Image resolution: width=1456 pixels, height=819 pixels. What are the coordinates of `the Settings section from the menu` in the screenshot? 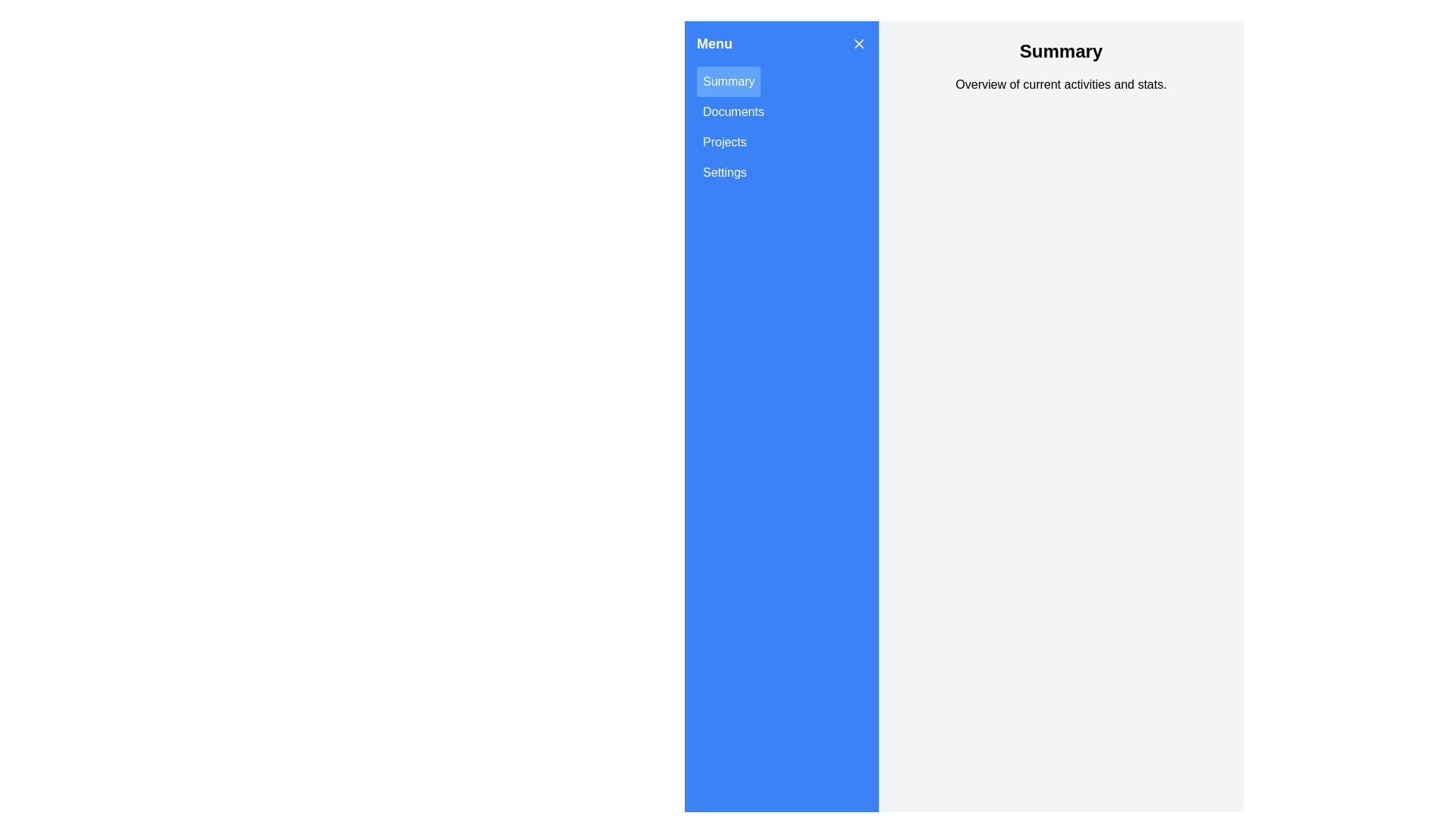 It's located at (723, 171).